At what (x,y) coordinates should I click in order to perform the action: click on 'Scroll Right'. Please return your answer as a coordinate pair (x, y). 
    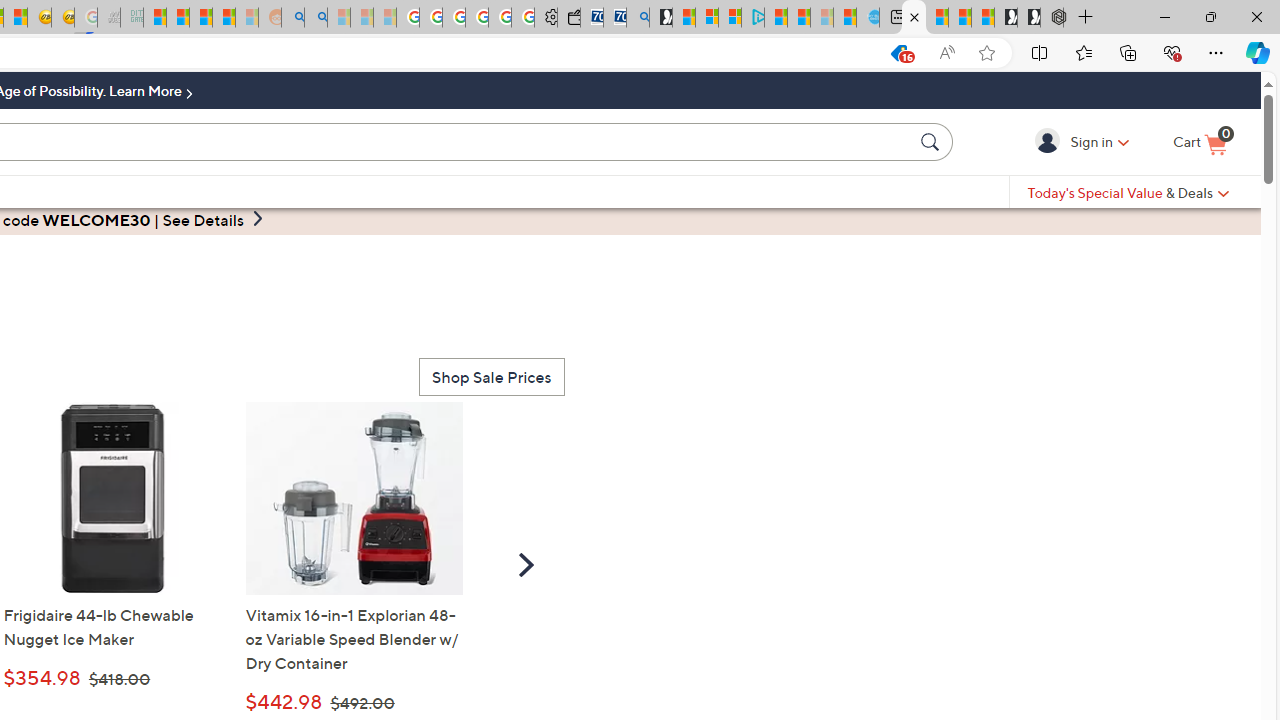
    Looking at the image, I should click on (526, 564).